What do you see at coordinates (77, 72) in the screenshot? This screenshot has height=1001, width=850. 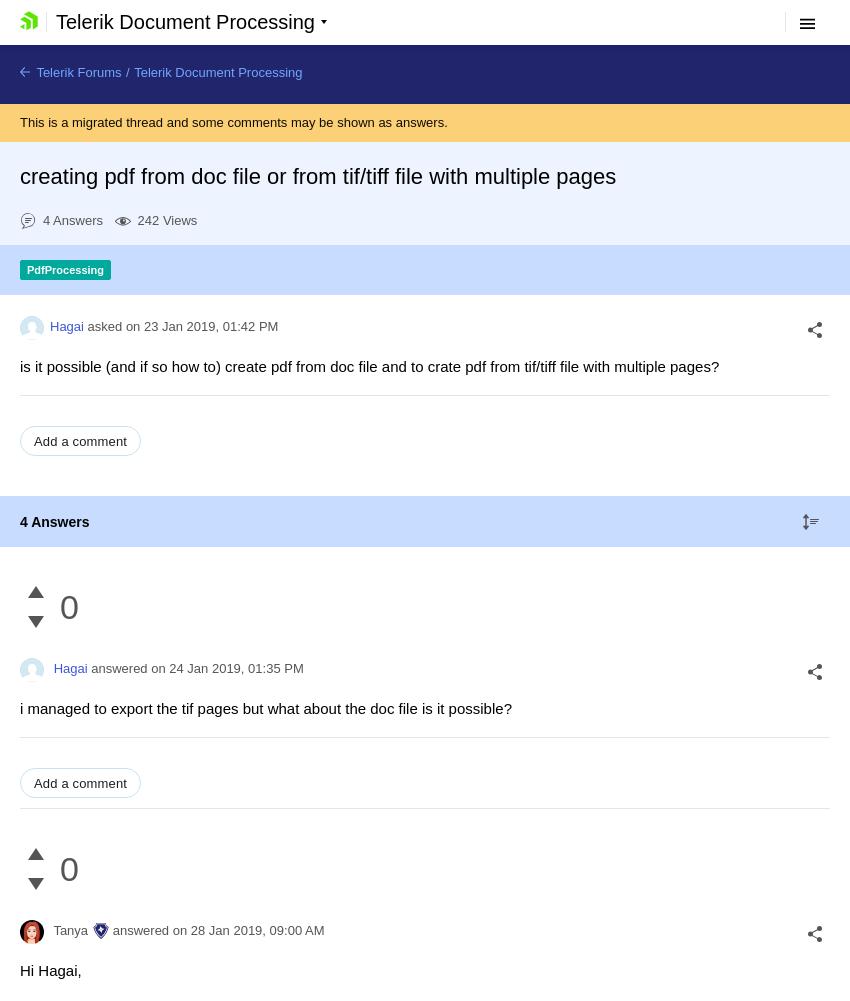 I see `'Telerik Forums'` at bounding box center [77, 72].